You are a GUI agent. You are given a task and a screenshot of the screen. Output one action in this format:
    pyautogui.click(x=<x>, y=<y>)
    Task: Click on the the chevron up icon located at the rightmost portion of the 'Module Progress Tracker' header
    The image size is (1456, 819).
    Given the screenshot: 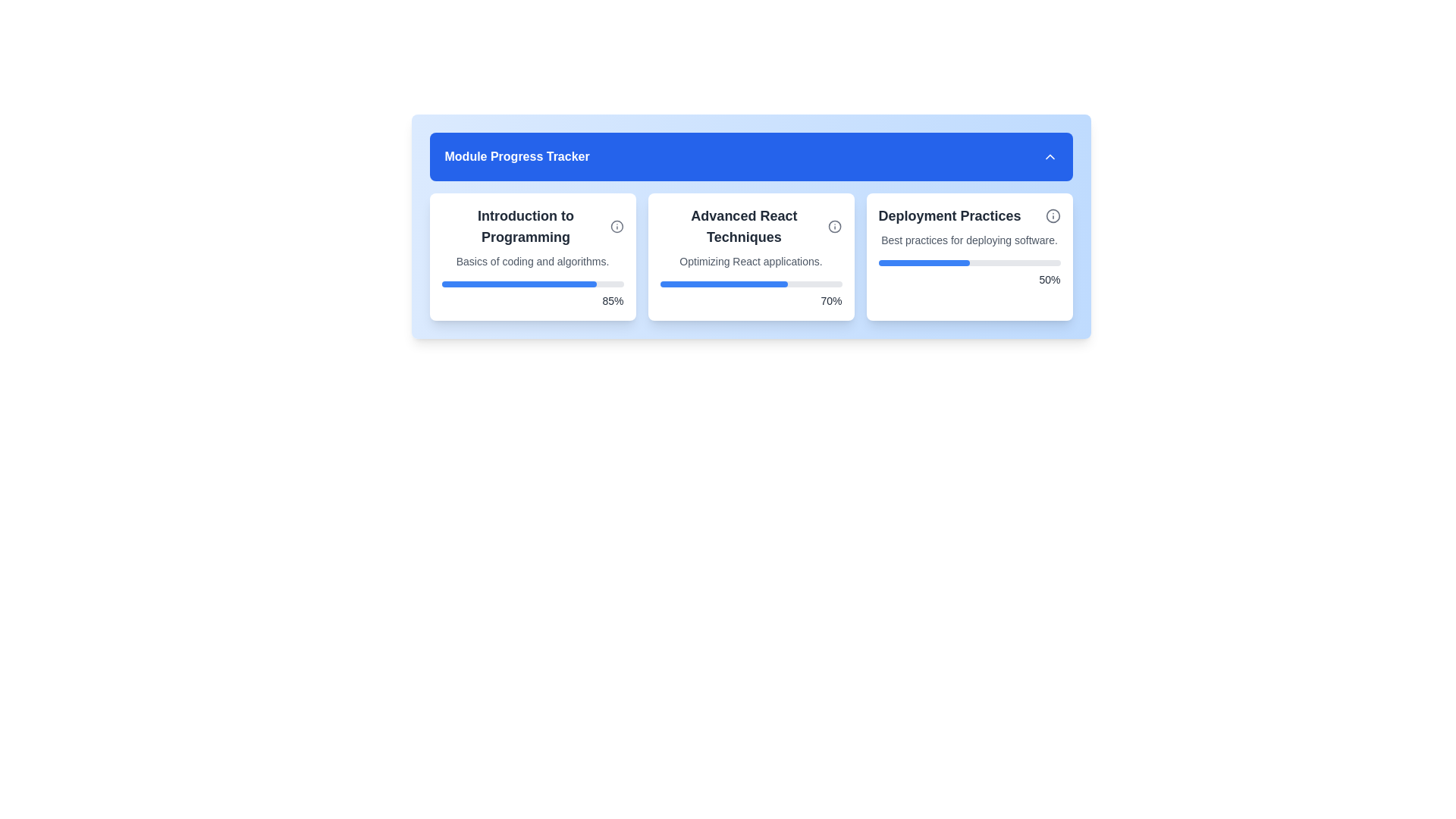 What is the action you would take?
    pyautogui.click(x=1049, y=157)
    